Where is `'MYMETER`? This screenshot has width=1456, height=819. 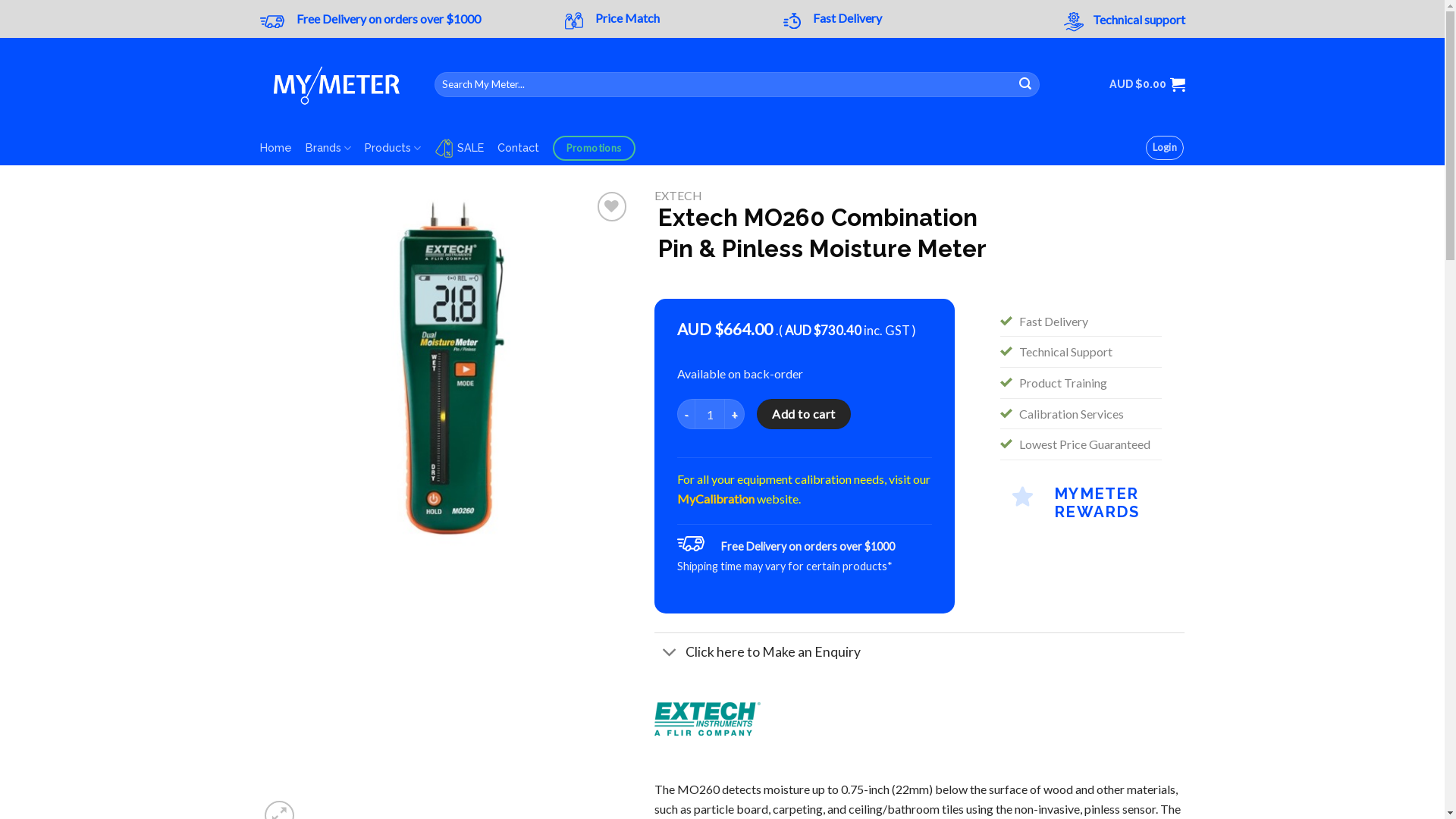
'MYMETER is located at coordinates (1080, 500).